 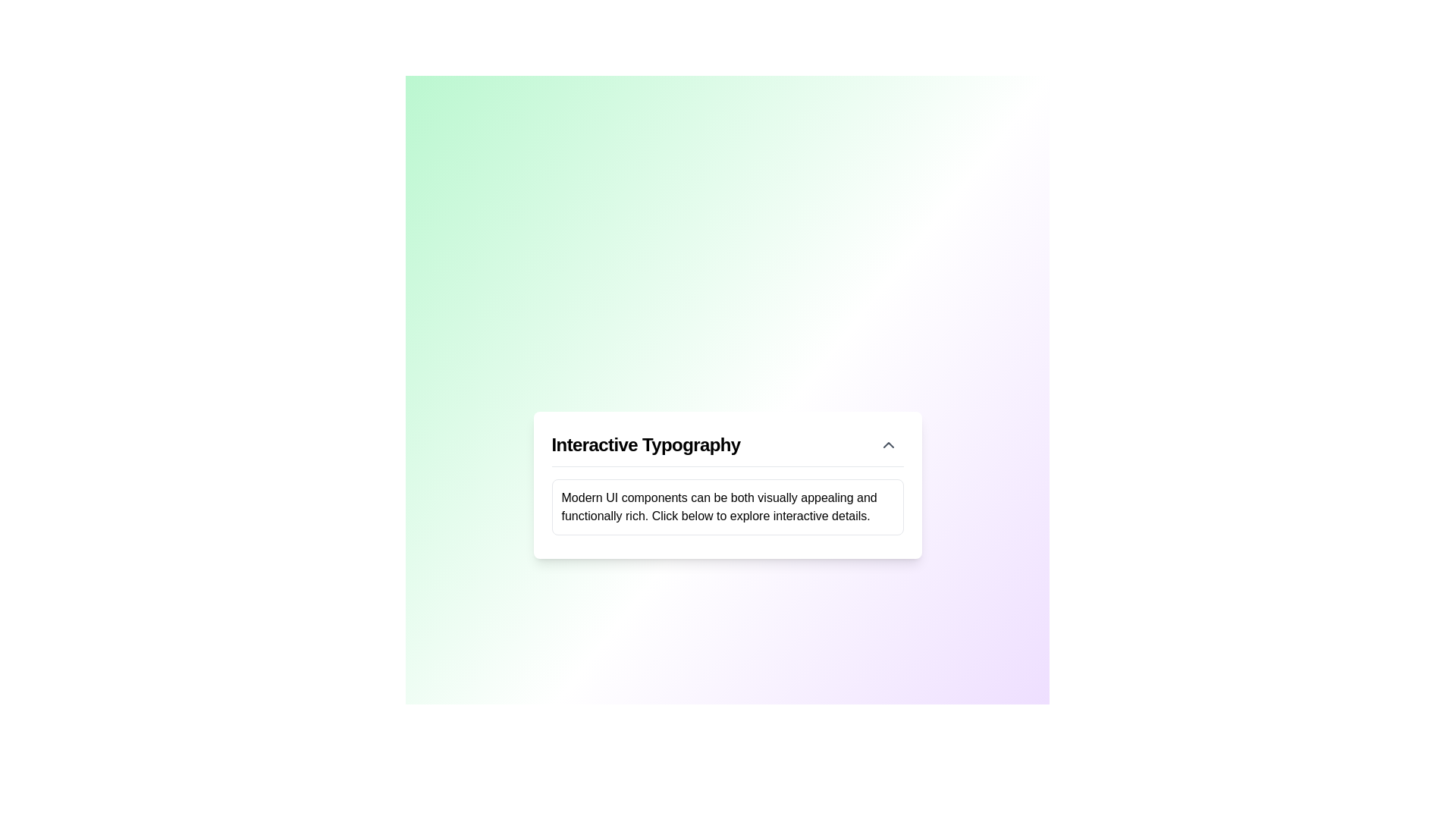 I want to click on the upward-facing chevron arrow icon button located on the far right of the 'Interactive Typography' header section, so click(x=888, y=444).